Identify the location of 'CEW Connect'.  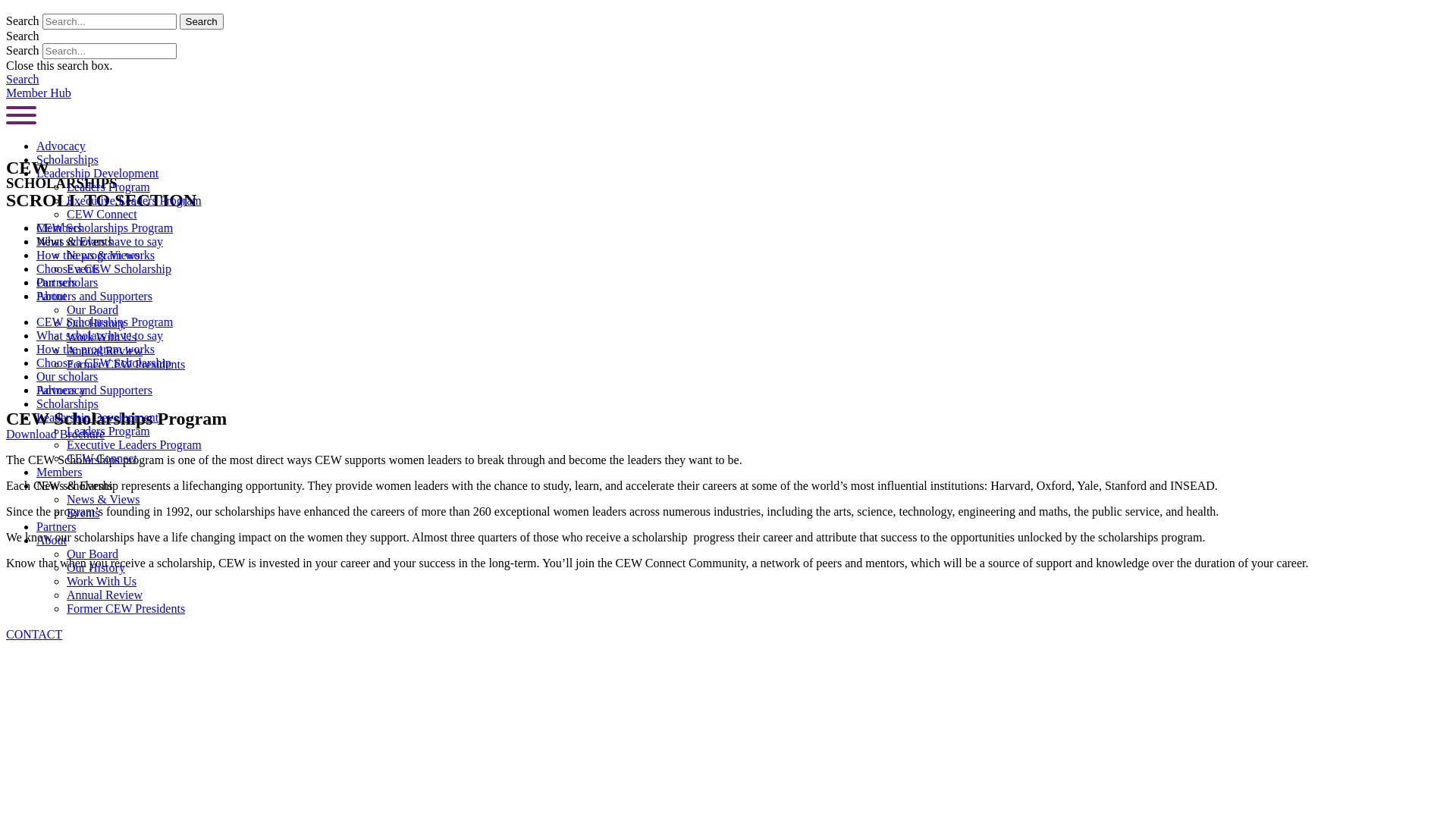
(101, 457).